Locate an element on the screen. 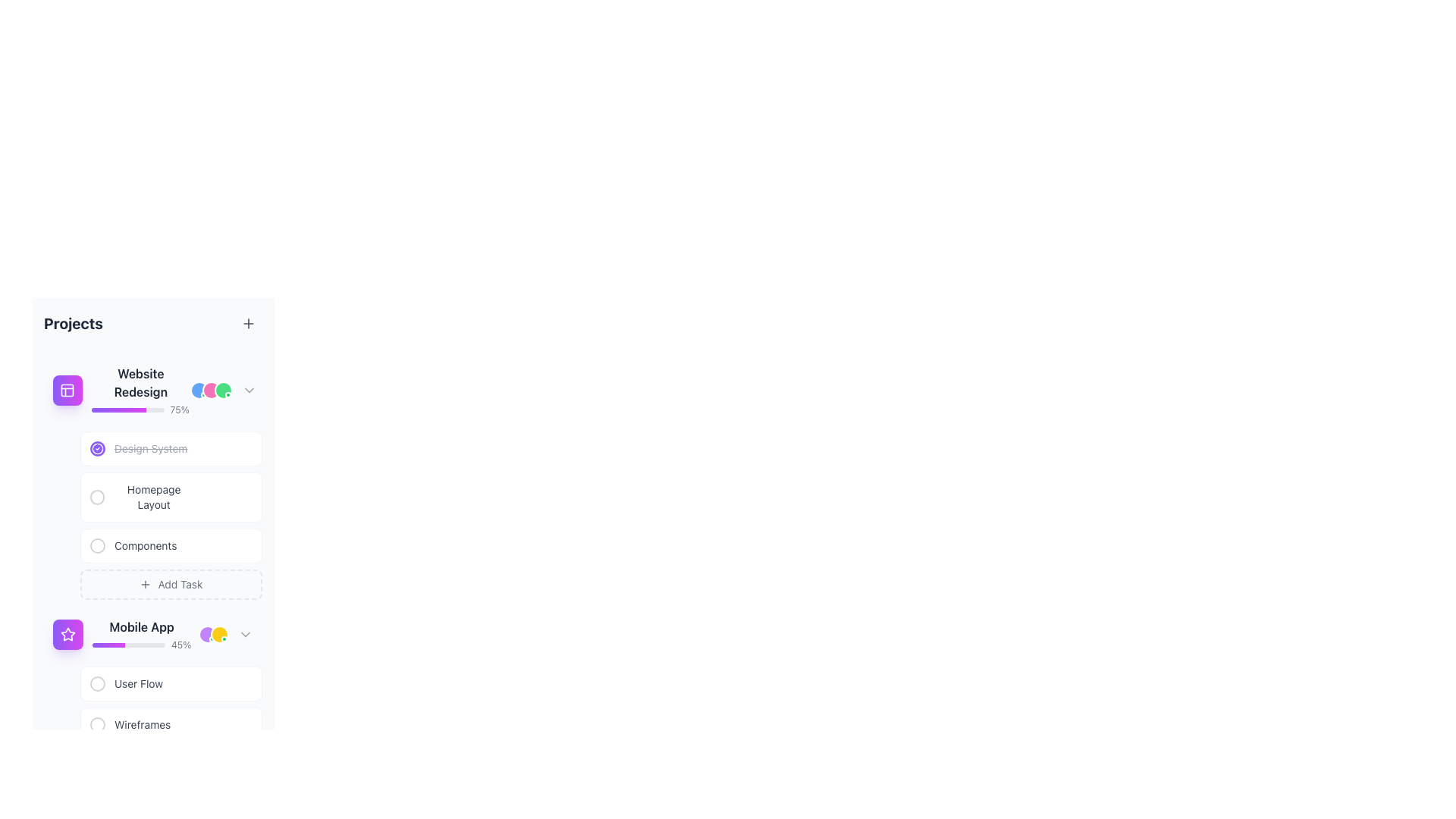 The height and width of the screenshot is (819, 1456). the circular Checkbox-like bullet or selection indicator located to the left of the 'Homepage Layout' text in the sidebar under the 'Website Redesign' section is located at coordinates (96, 497).